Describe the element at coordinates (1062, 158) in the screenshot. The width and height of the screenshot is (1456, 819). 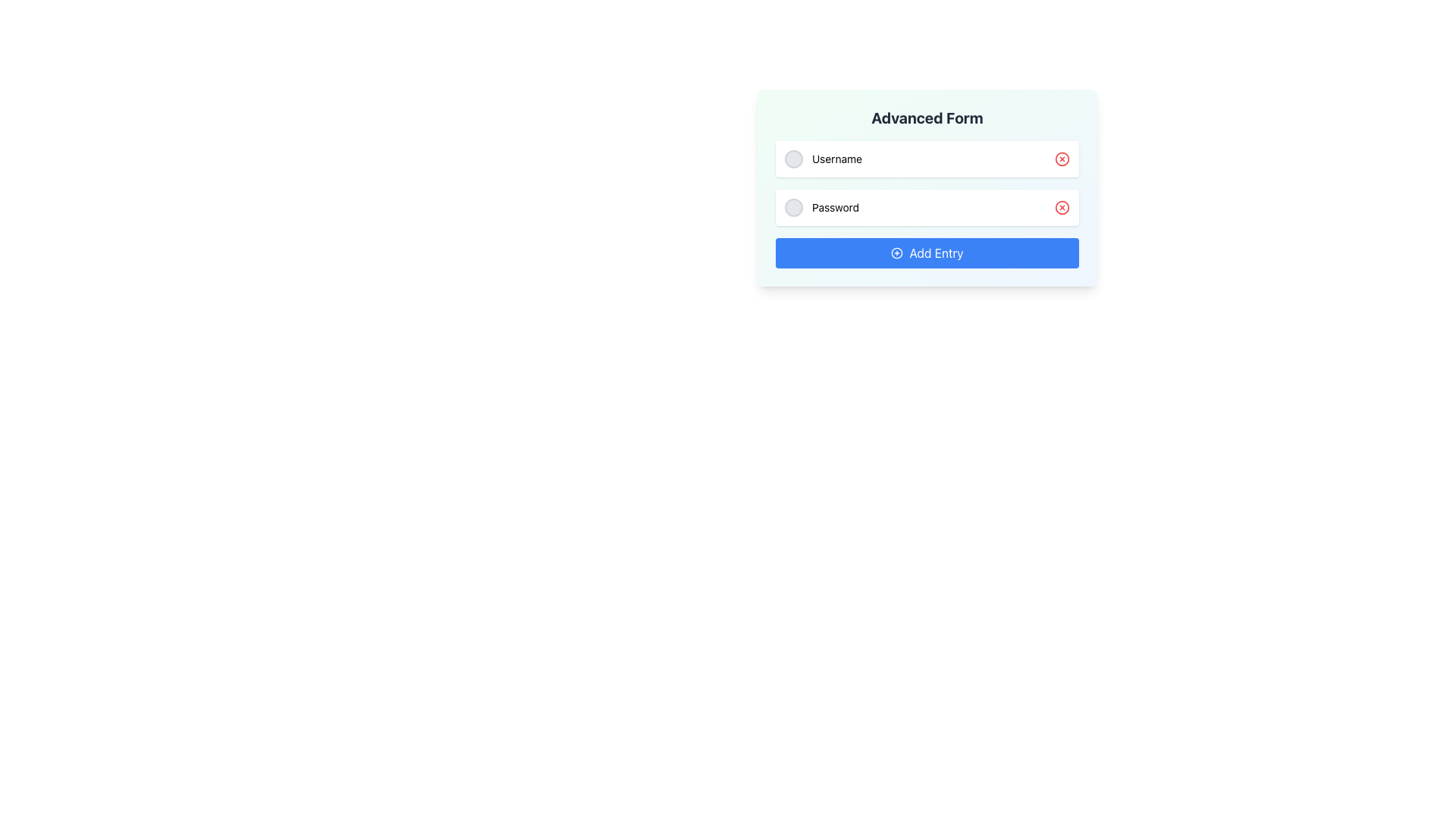
I see `the decorative or functional graphical icon located to the right of the 'Username' text field` at that location.